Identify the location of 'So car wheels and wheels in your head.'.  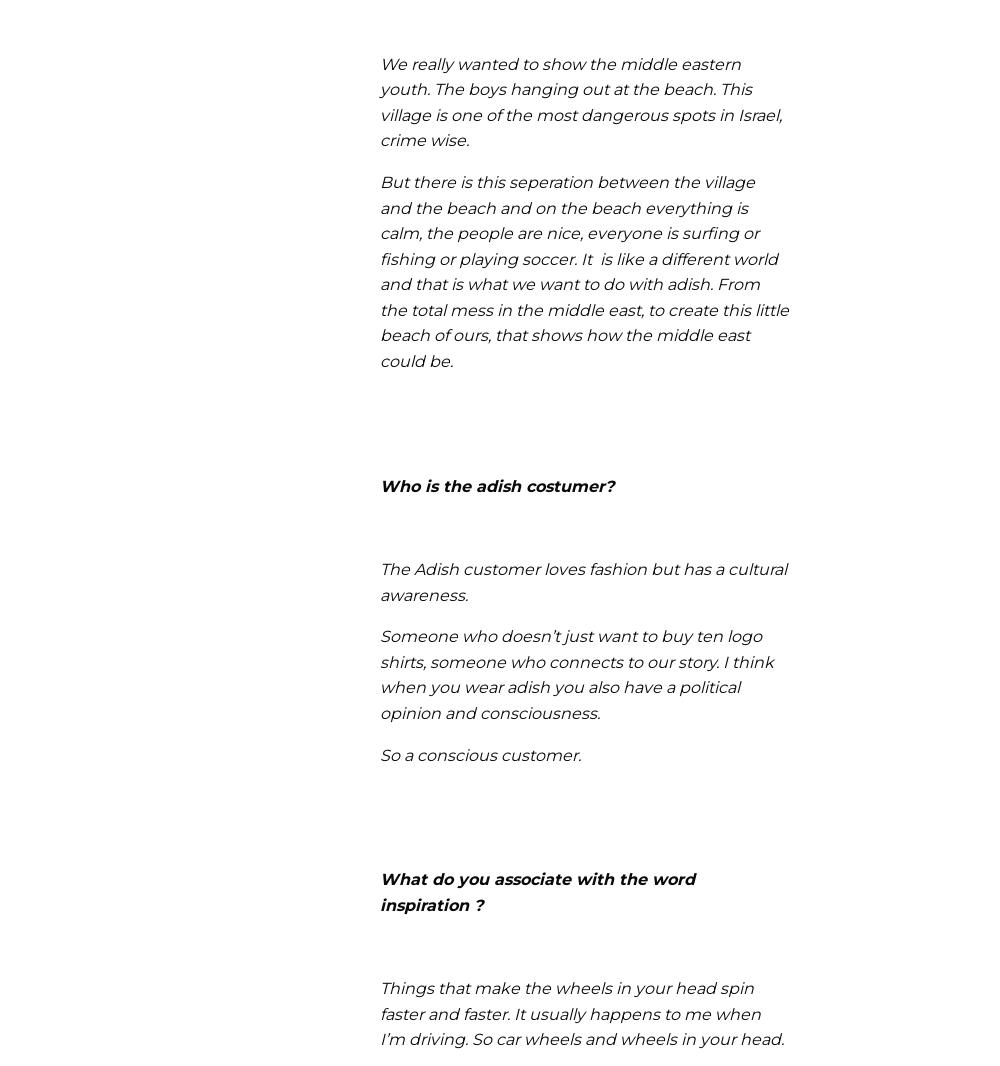
(628, 1039).